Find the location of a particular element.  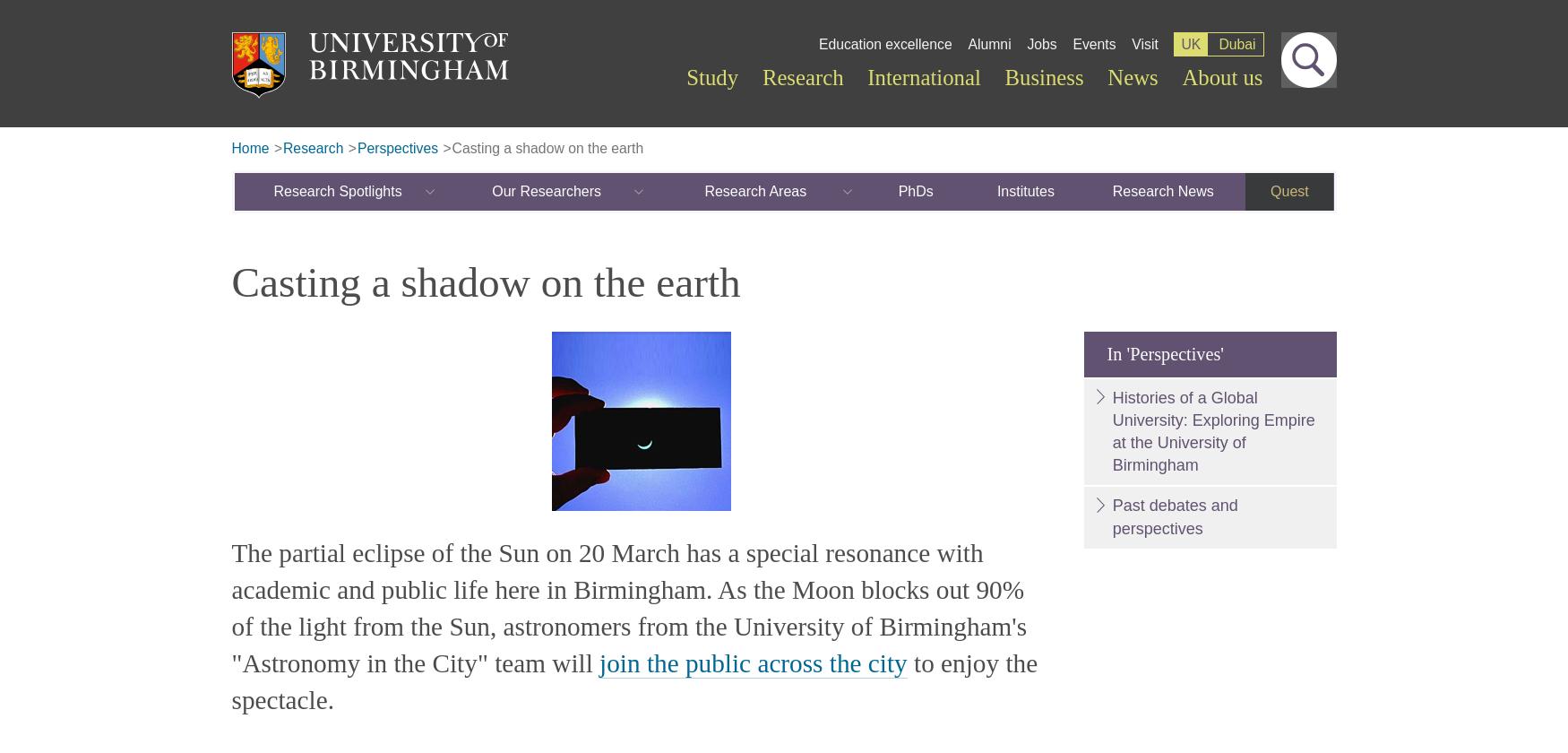

'Perspectives' is located at coordinates (355, 147).